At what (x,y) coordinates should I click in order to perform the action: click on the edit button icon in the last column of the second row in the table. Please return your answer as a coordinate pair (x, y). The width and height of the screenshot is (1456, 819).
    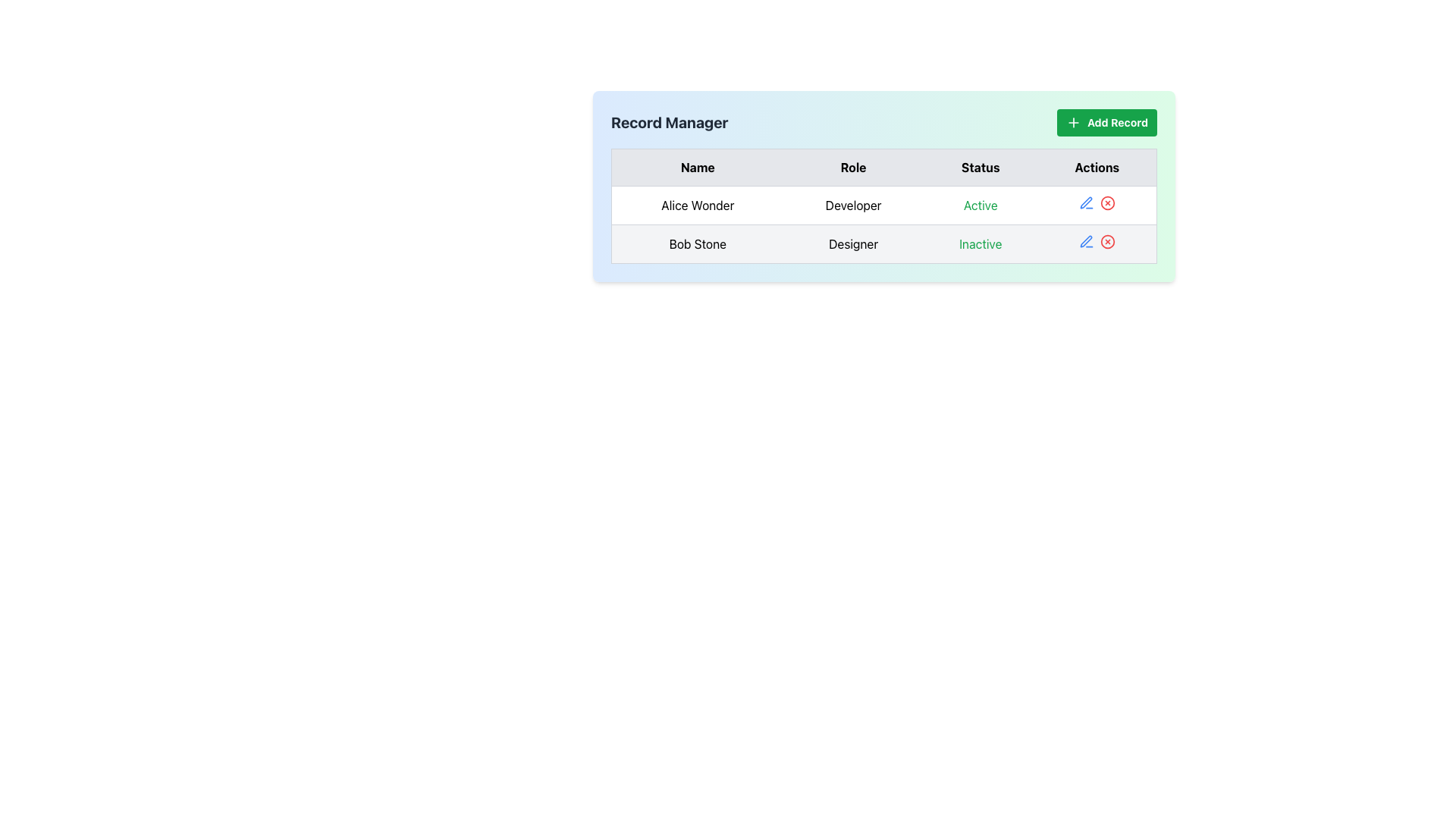
    Looking at the image, I should click on (1084, 240).